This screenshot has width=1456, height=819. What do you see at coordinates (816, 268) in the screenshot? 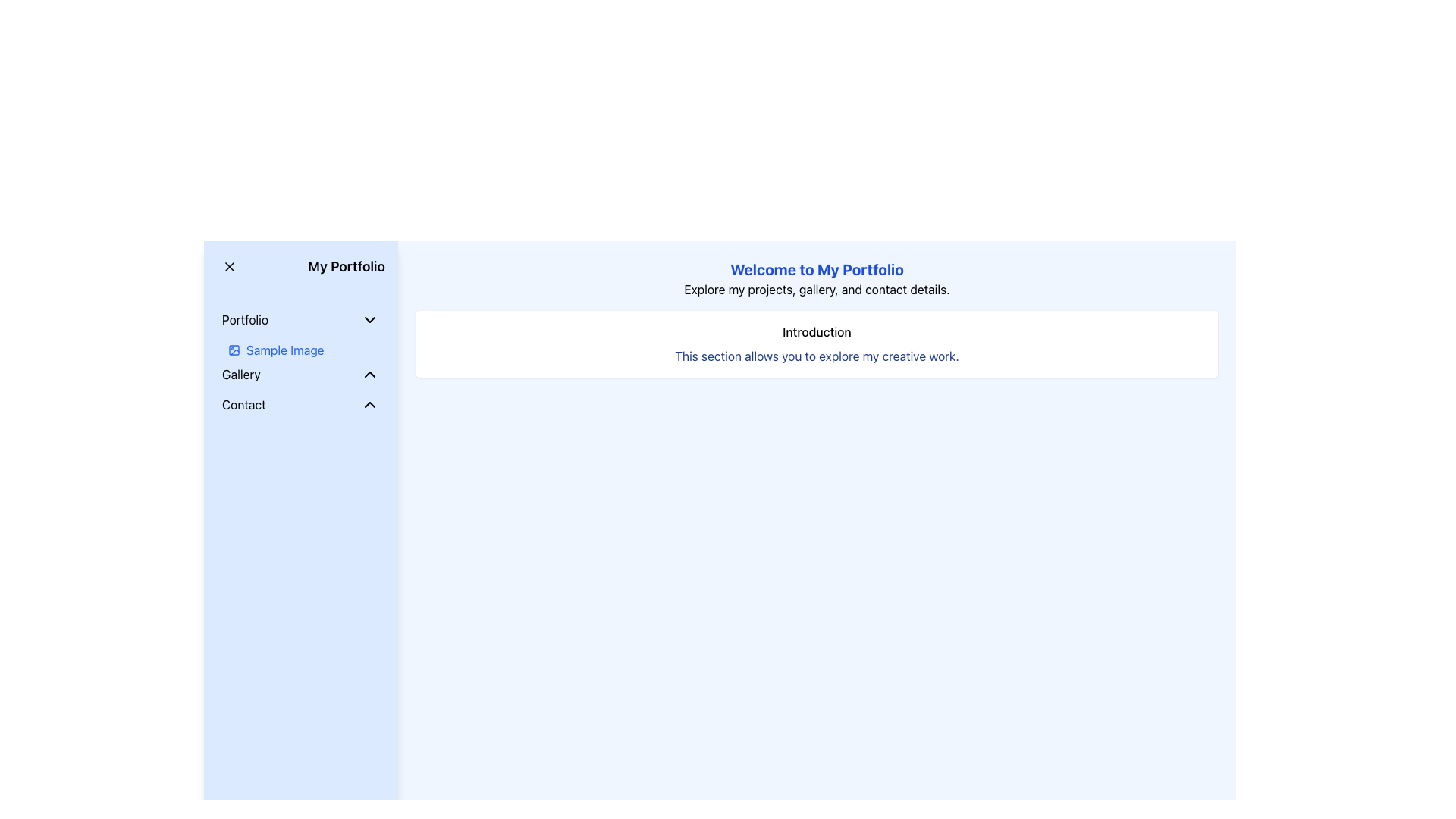
I see `the header text element that serves as a welcoming message for the portfolio webpage, positioned above the text 'Explore my projects, gallery, and contact details.'` at bounding box center [816, 268].